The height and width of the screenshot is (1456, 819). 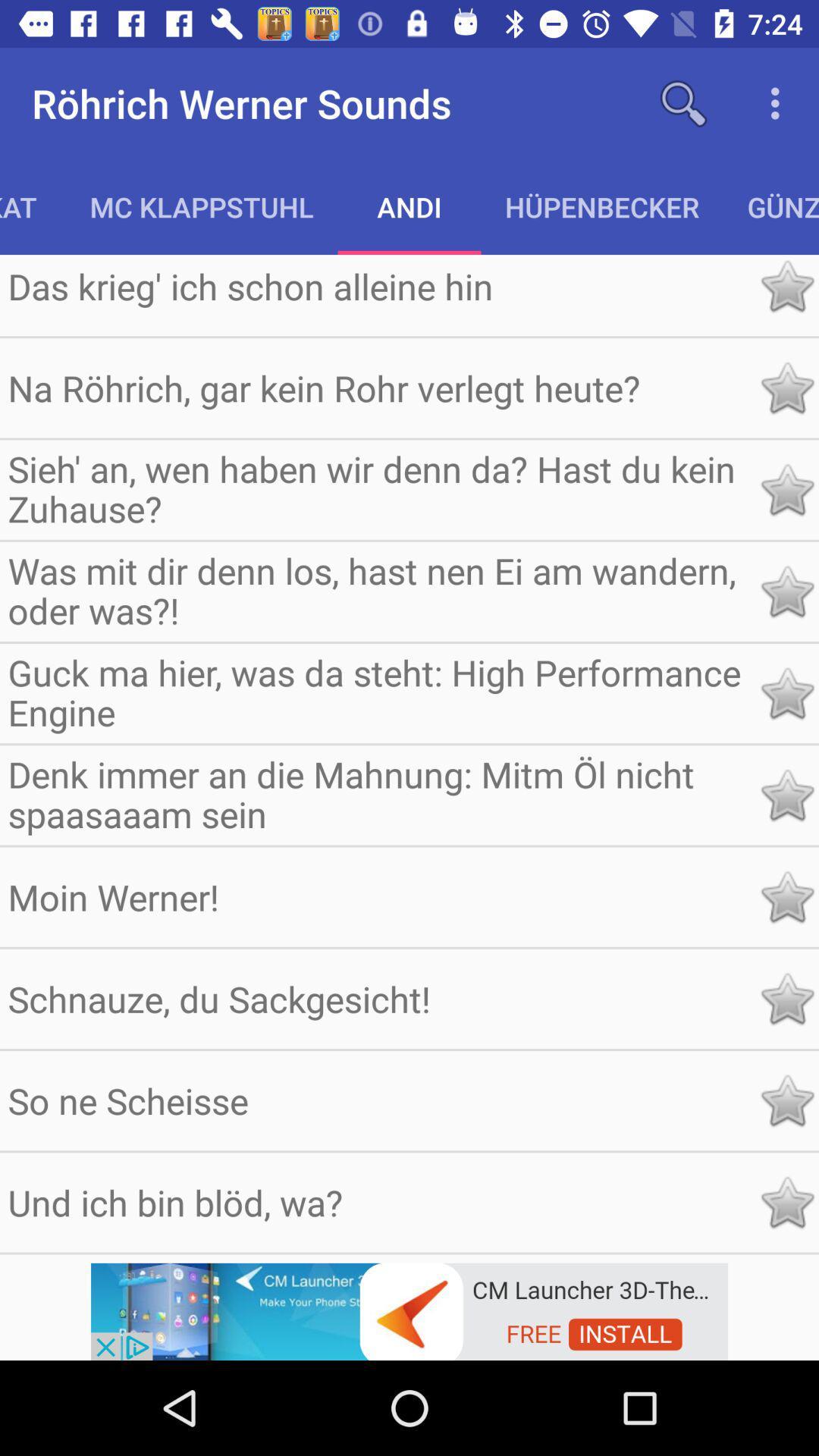 What do you see at coordinates (786, 897) in the screenshot?
I see `to favorites` at bounding box center [786, 897].